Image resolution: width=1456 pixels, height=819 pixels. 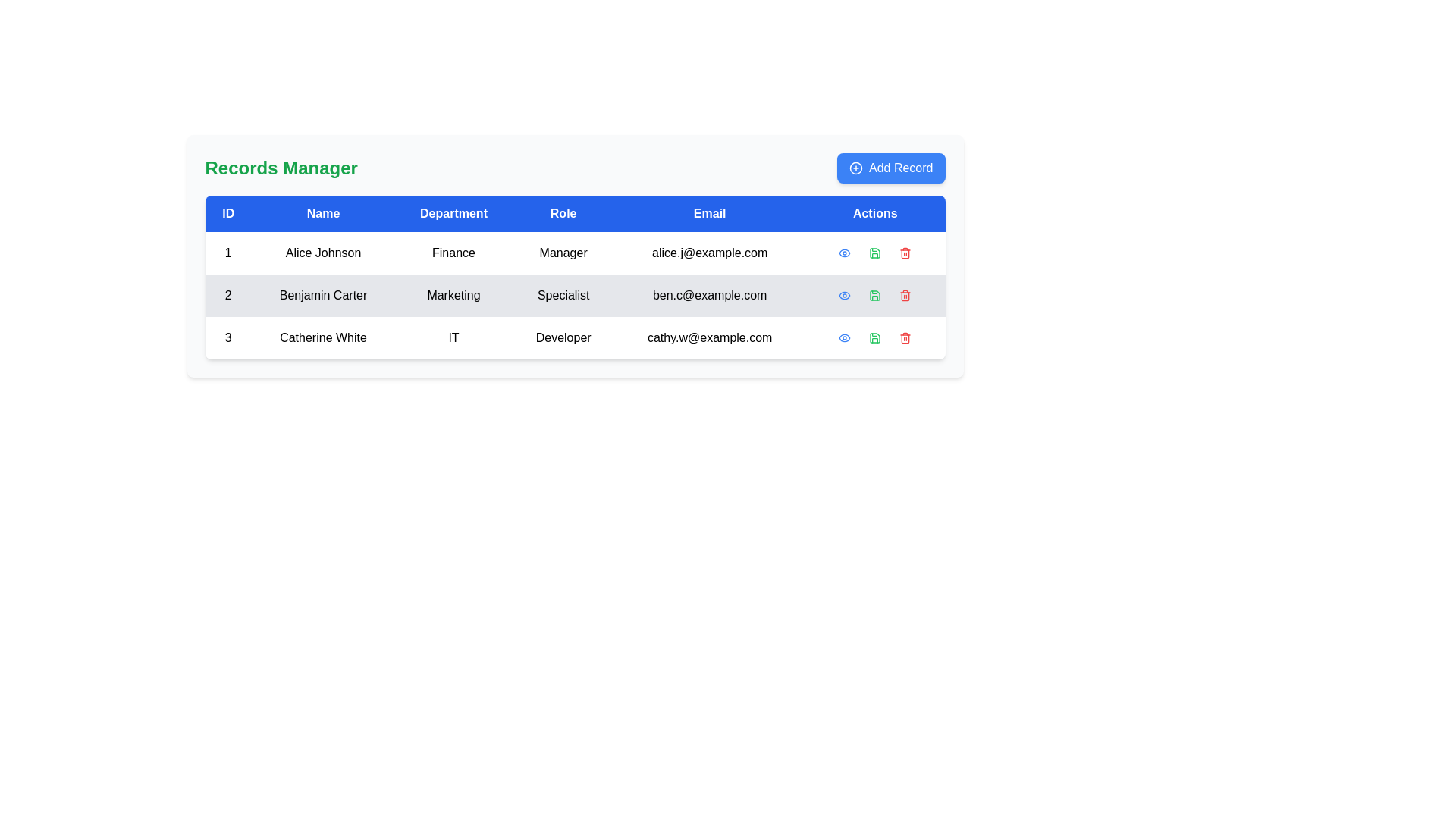 What do you see at coordinates (844, 253) in the screenshot?
I see `the icon located in the 'Actions' column of the second row` at bounding box center [844, 253].